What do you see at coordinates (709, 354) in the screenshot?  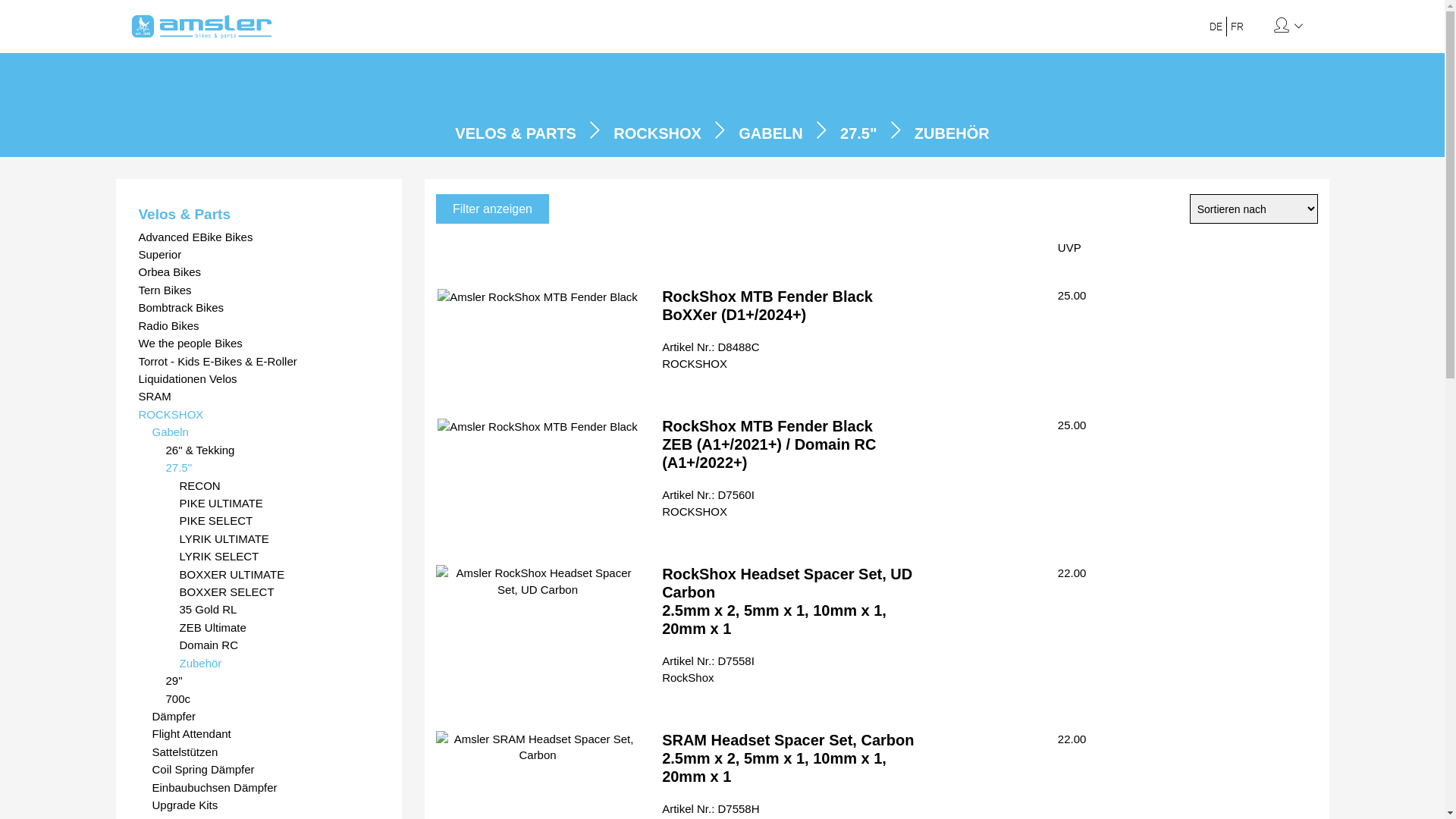 I see `'Artikel Nr.: D8488C` at bounding box center [709, 354].